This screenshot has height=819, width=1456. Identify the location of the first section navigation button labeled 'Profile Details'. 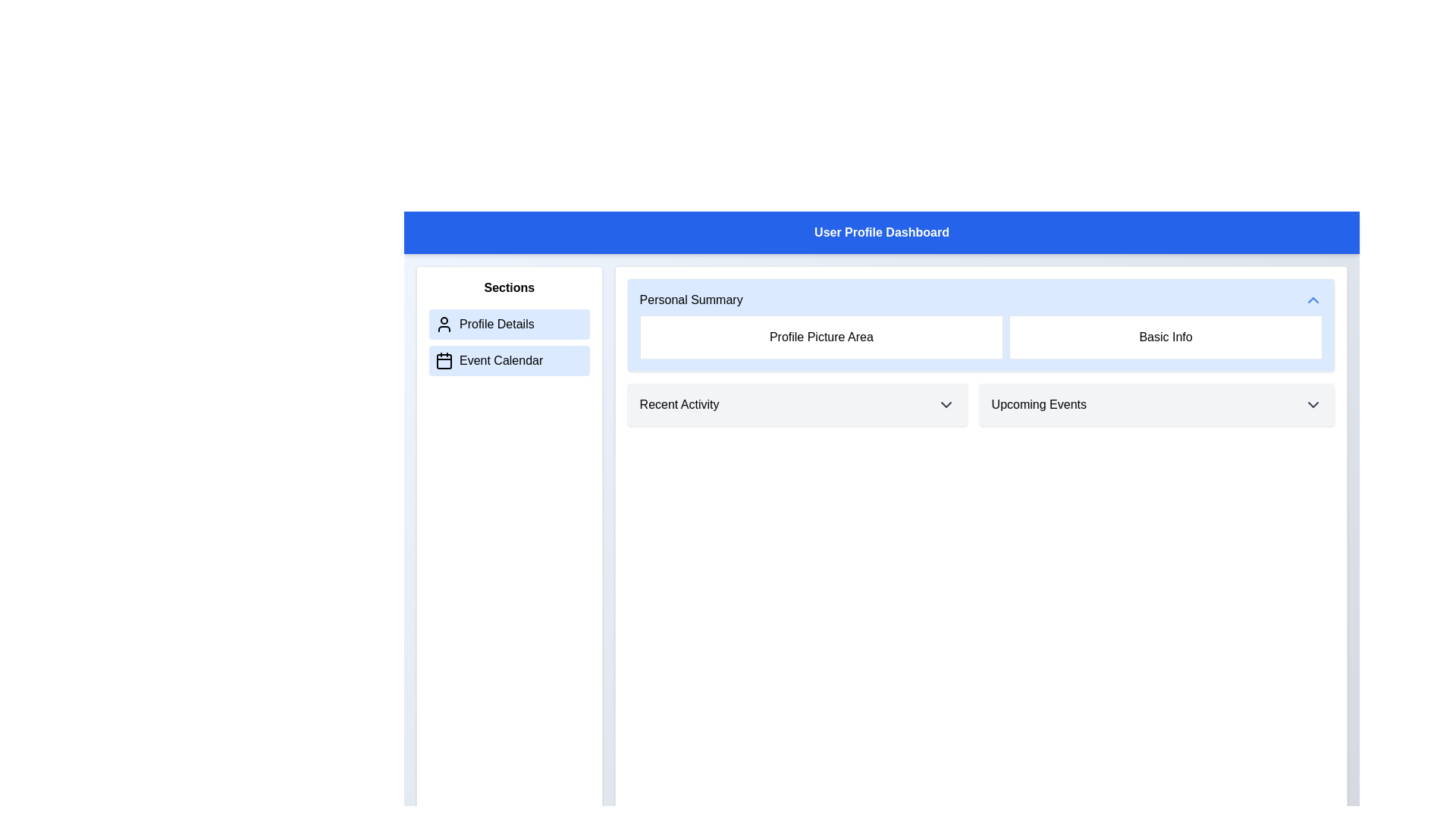
(509, 324).